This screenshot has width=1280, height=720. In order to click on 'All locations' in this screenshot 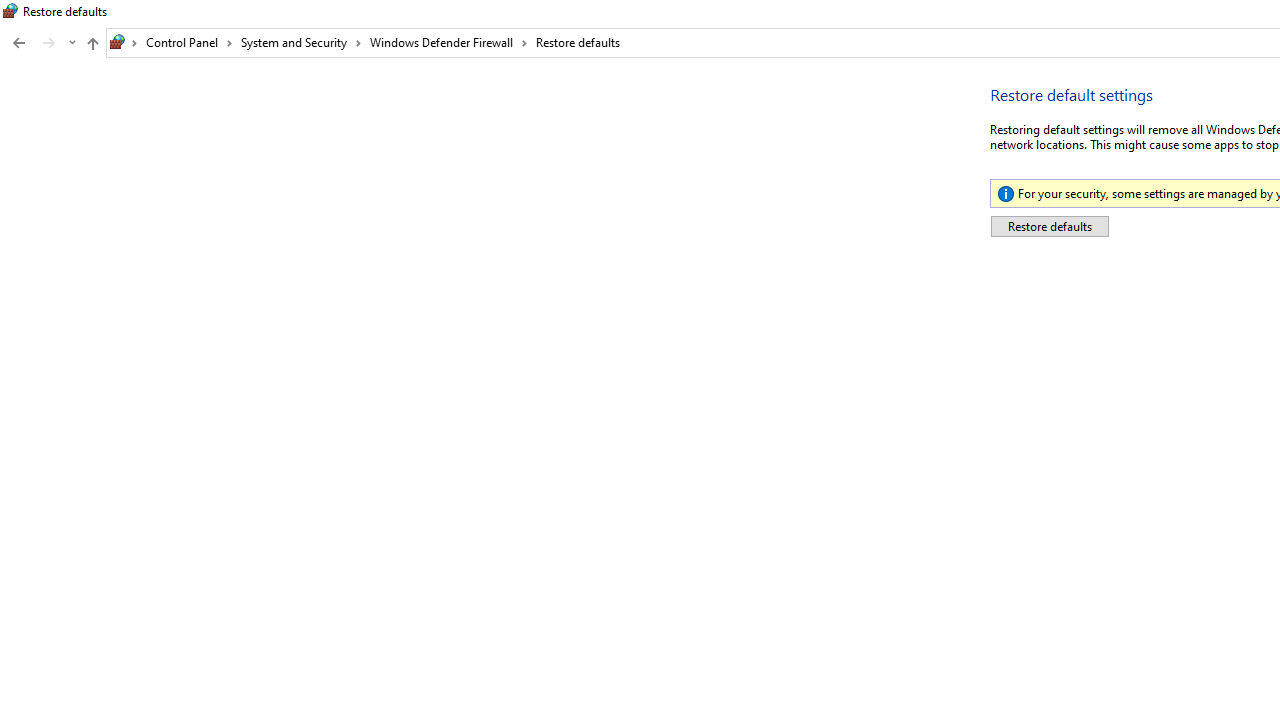, I will do `click(123, 42)`.